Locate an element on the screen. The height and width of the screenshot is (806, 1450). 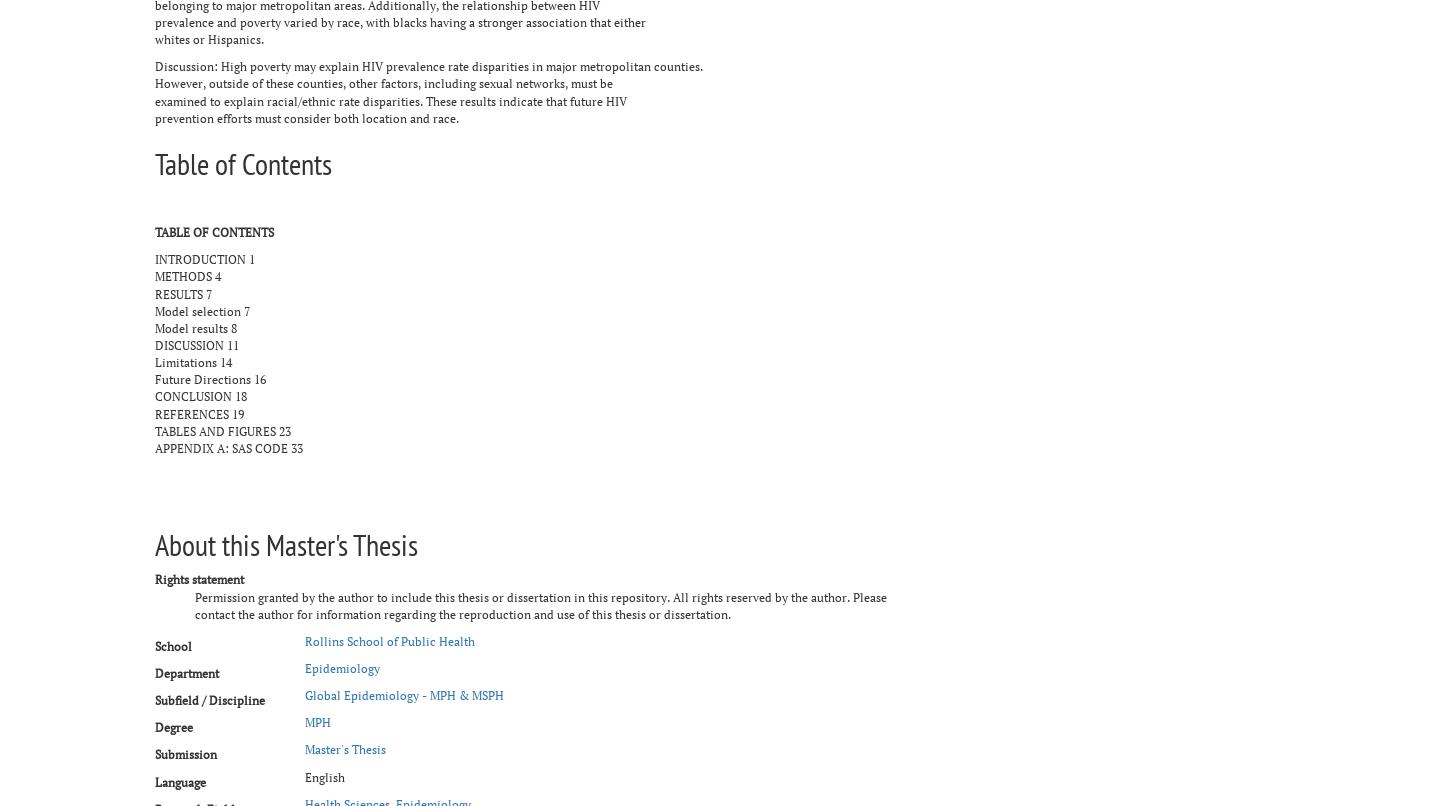
'Master's Thesis' is located at coordinates (345, 748).